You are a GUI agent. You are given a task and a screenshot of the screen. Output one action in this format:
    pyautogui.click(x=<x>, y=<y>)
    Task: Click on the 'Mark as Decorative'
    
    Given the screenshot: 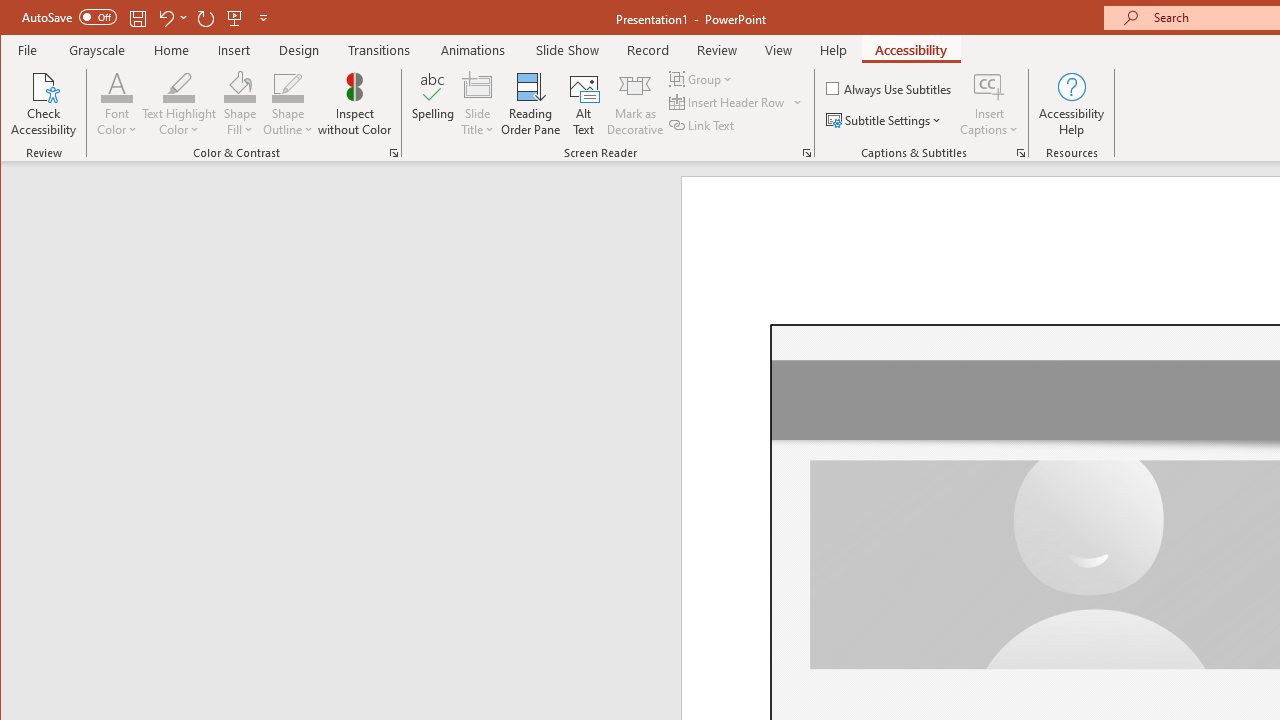 What is the action you would take?
    pyautogui.click(x=634, y=104)
    